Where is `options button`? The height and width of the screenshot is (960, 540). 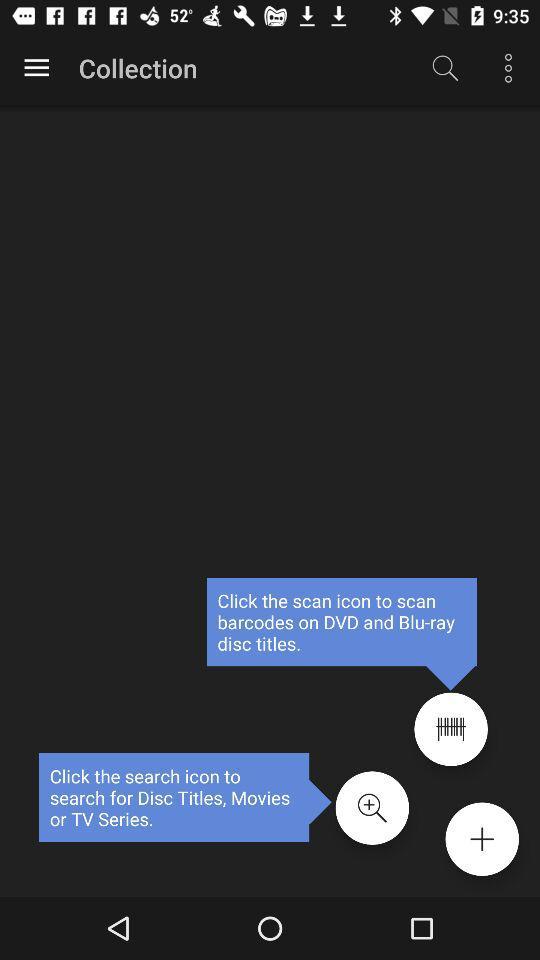 options button is located at coordinates (36, 68).